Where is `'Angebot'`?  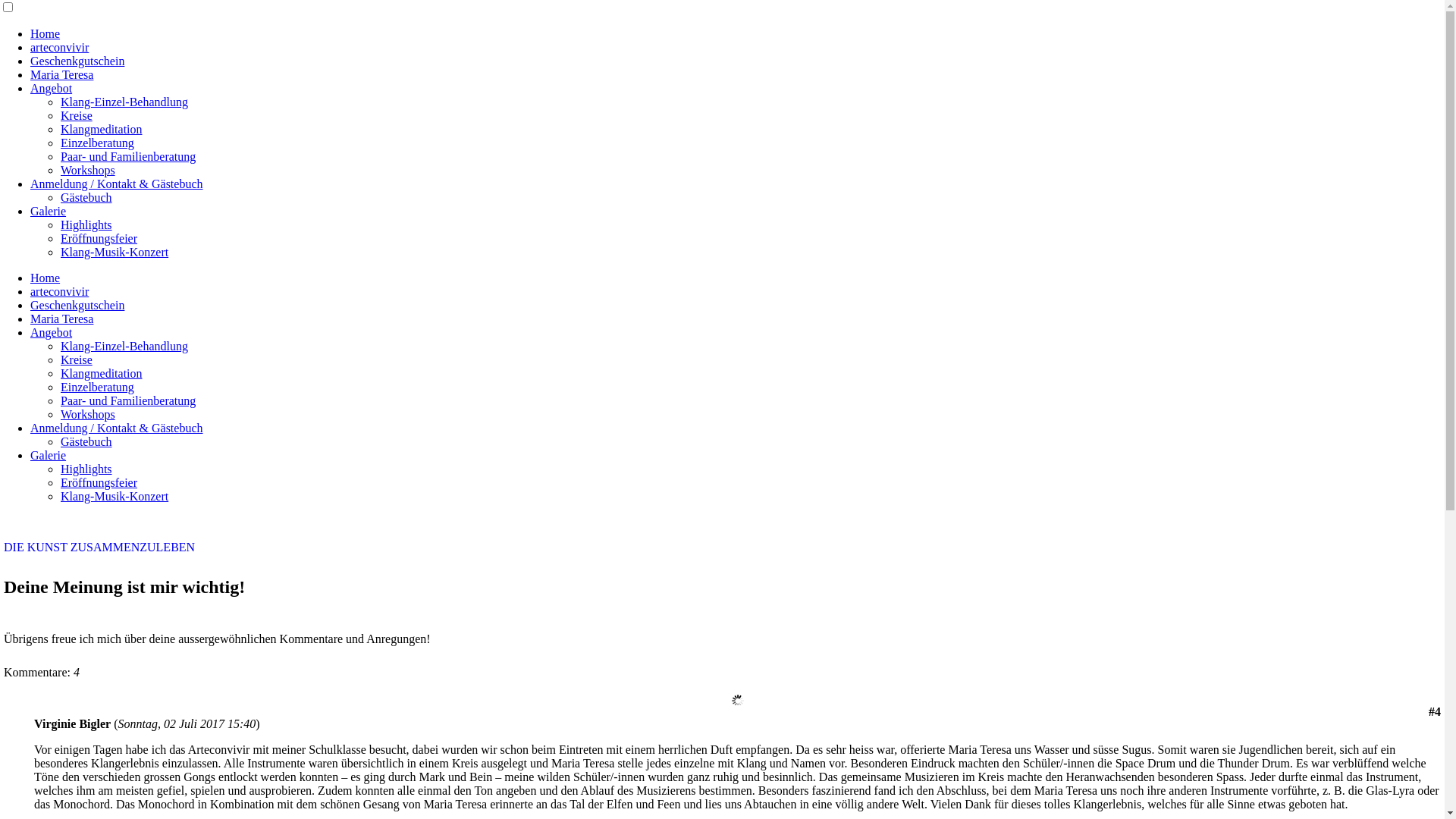
'Angebot' is located at coordinates (51, 88).